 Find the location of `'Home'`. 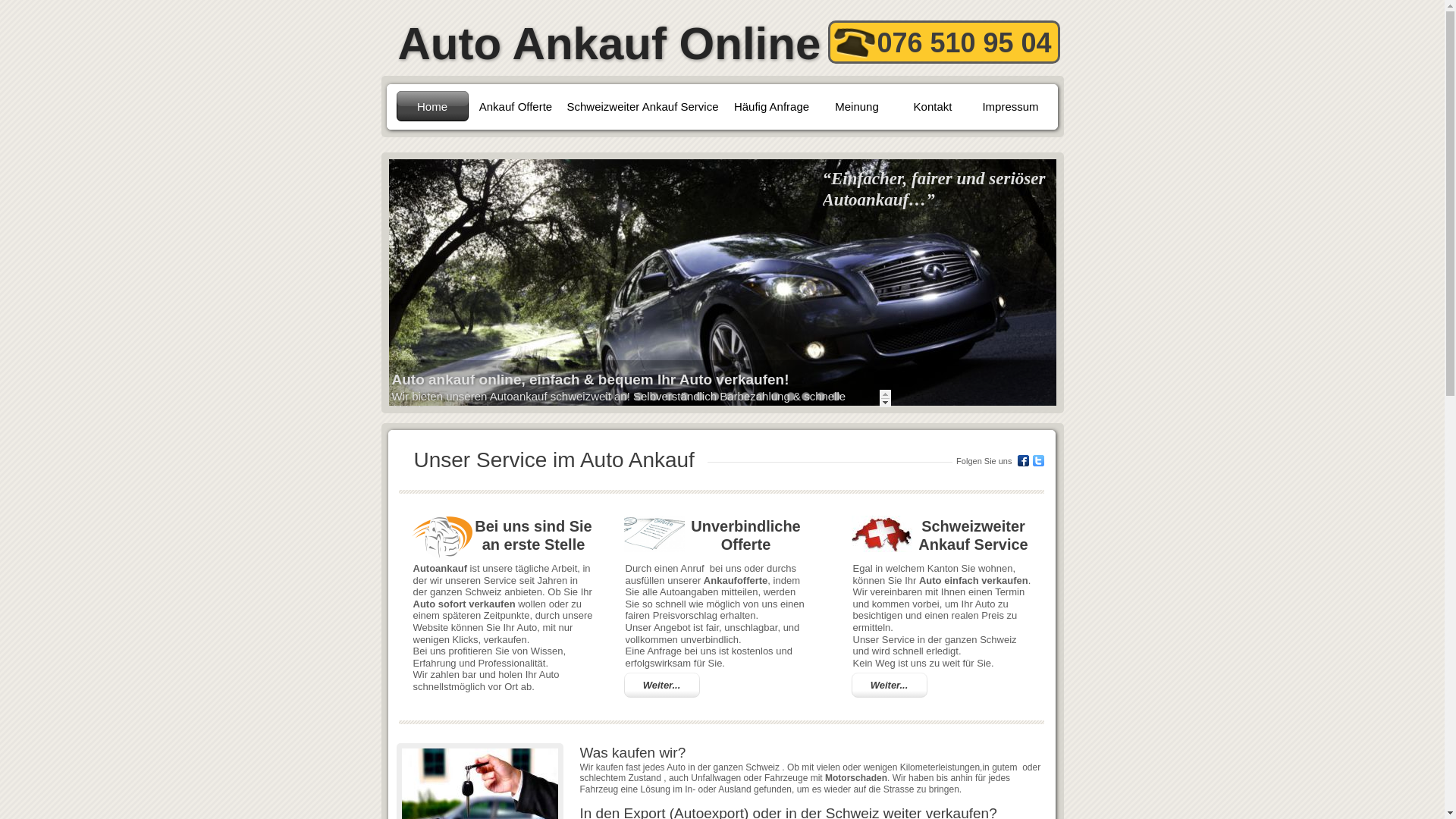

'Home' is located at coordinates (431, 105).